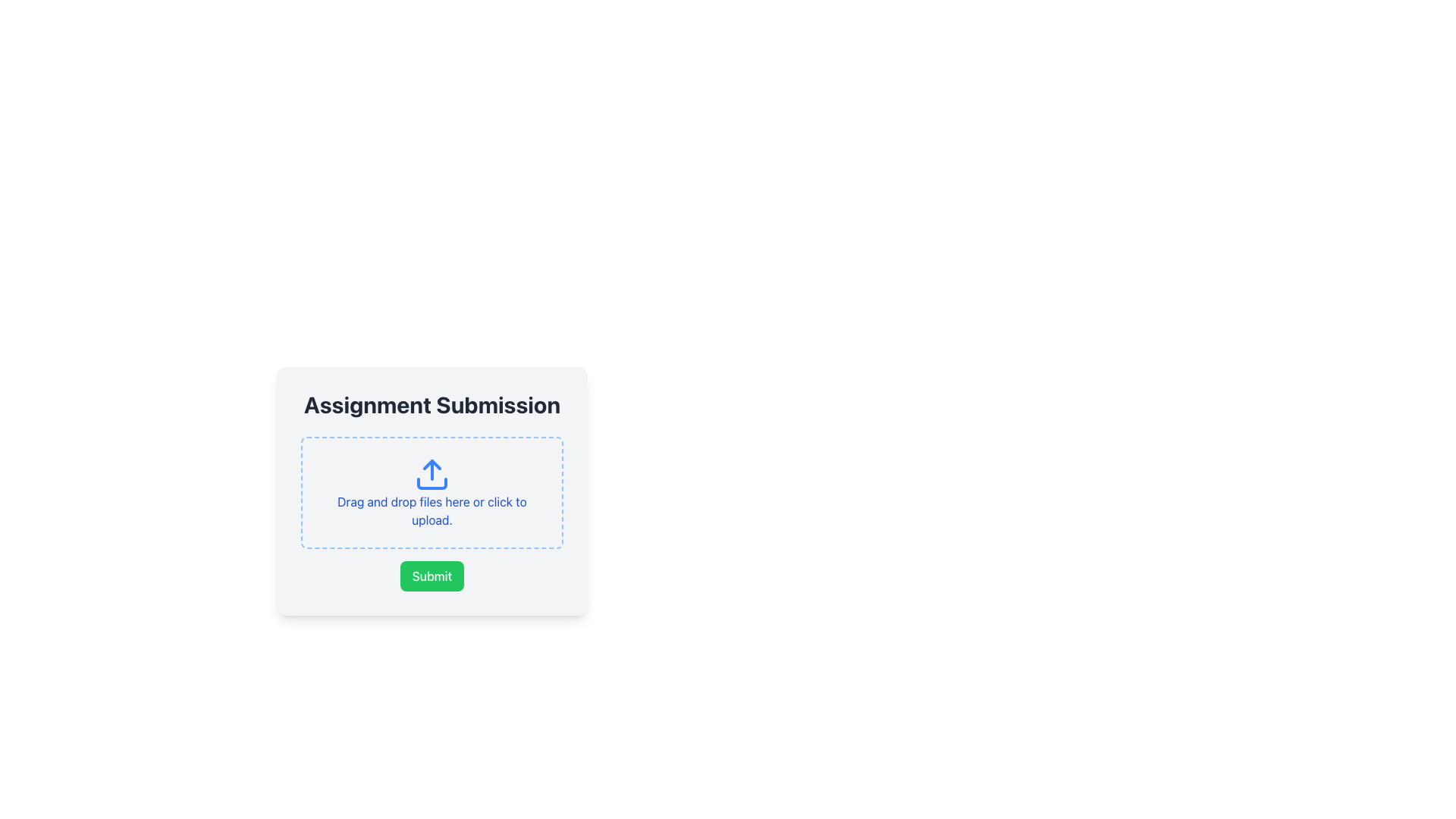 The width and height of the screenshot is (1456, 819). What do you see at coordinates (431, 473) in the screenshot?
I see `the file upload icon located centrally within the dashed-bordered box beneath the 'Assignment Submission' heading and above the 'Submit' text` at bounding box center [431, 473].